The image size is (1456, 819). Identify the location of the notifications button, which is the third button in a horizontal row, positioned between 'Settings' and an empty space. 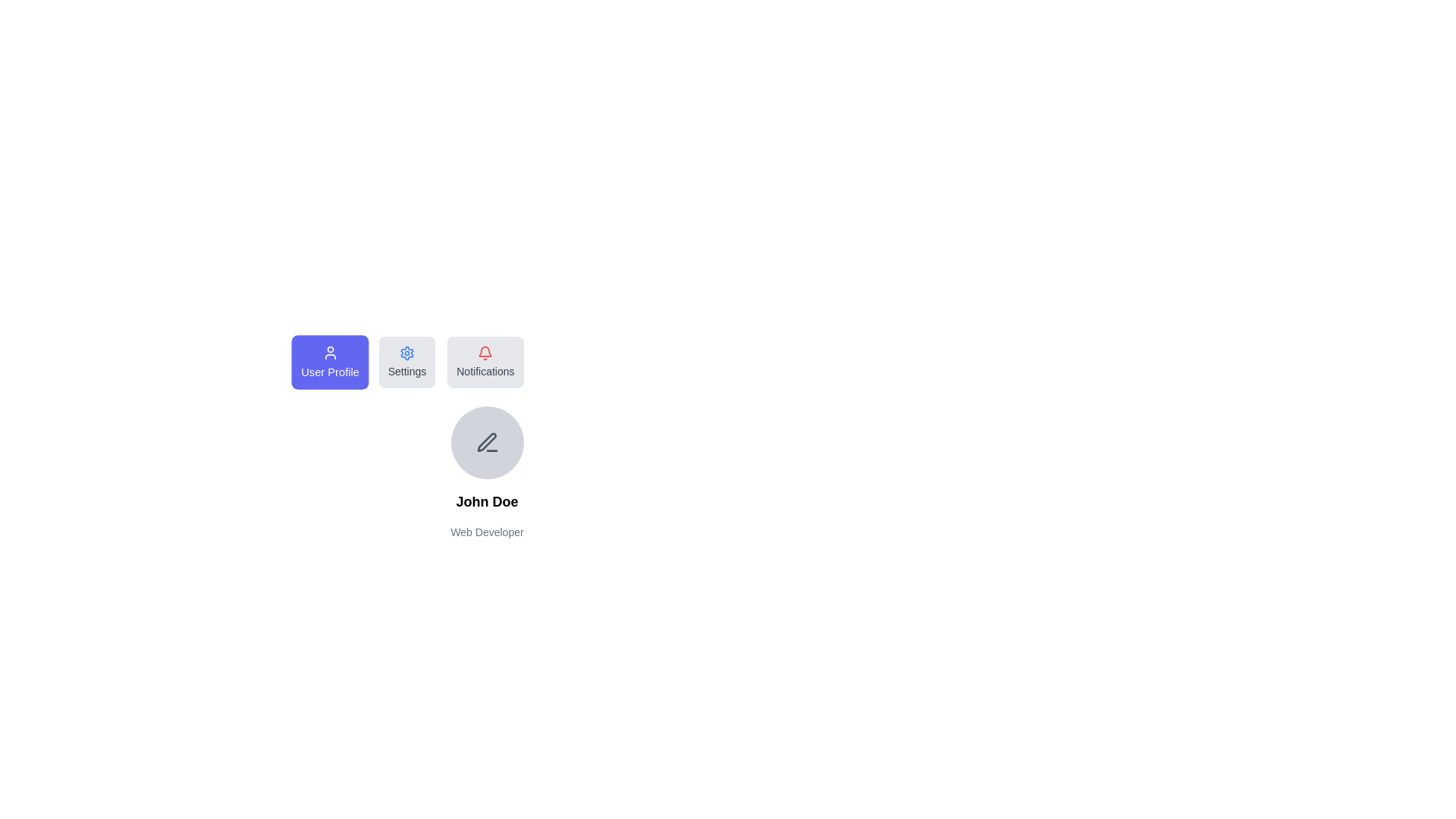
(485, 362).